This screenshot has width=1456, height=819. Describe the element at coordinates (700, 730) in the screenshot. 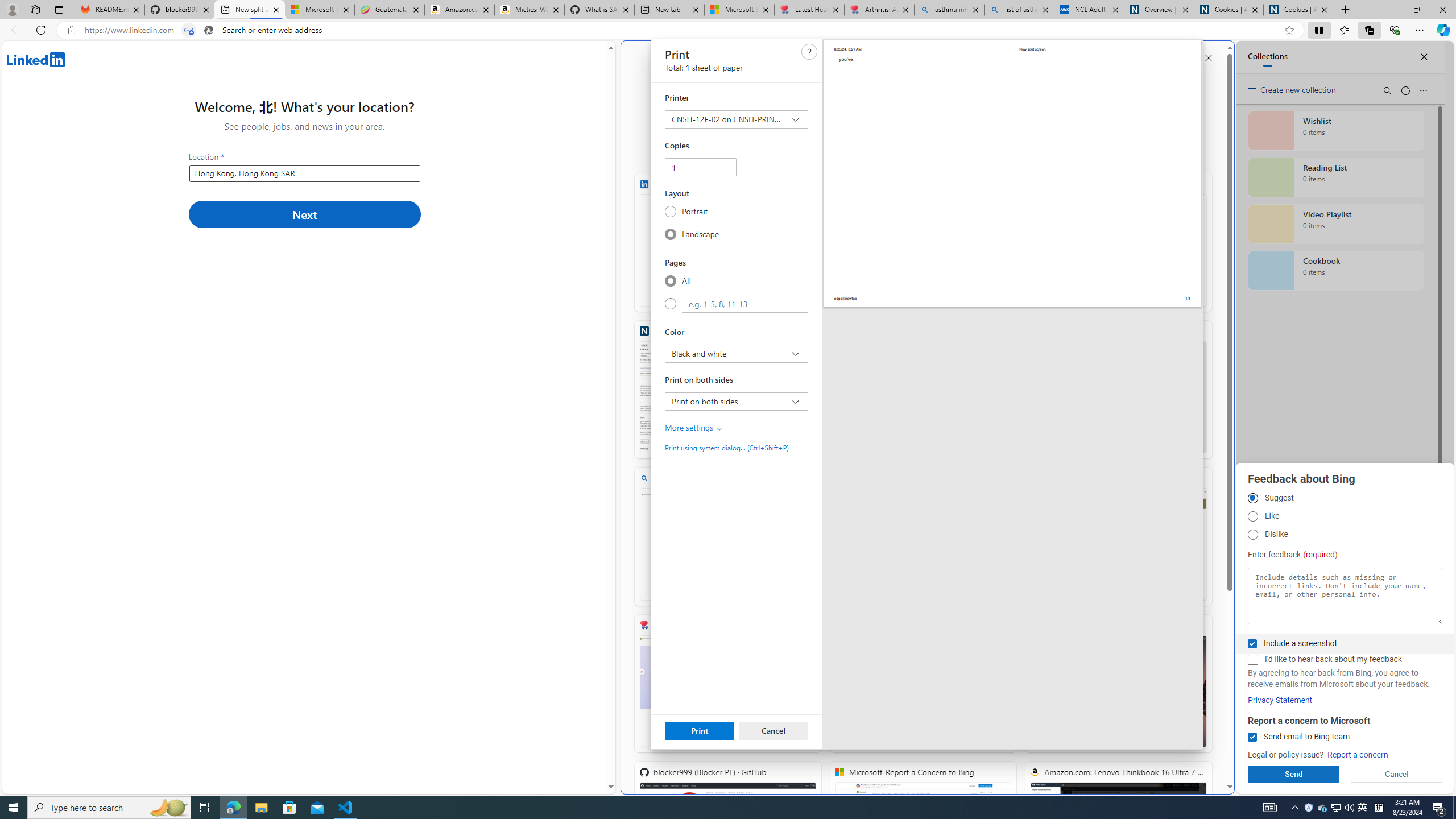

I see `'Print'` at that location.